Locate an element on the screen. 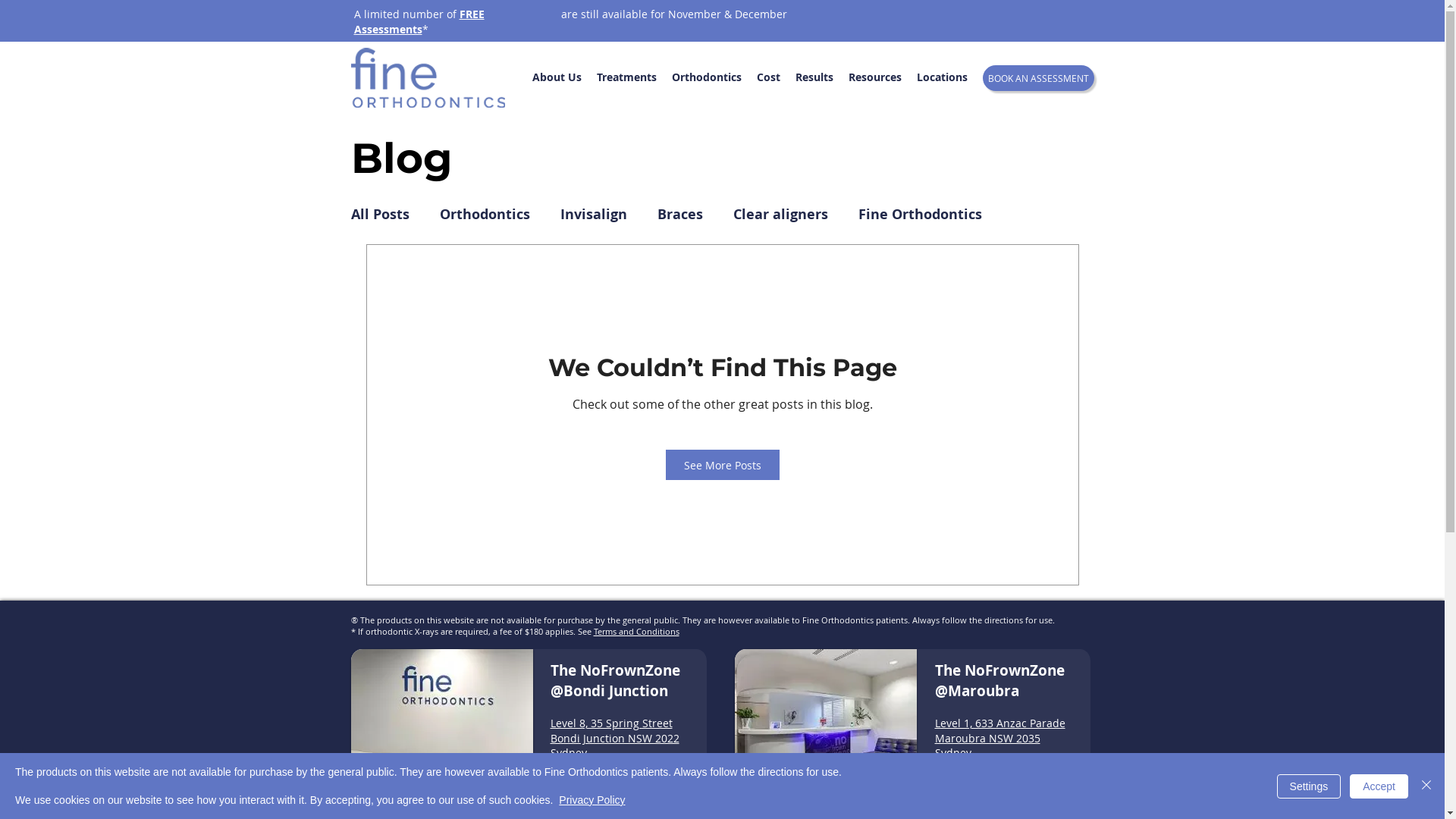 The height and width of the screenshot is (819, 1456). 'Terms and Conditions' is located at coordinates (592, 631).